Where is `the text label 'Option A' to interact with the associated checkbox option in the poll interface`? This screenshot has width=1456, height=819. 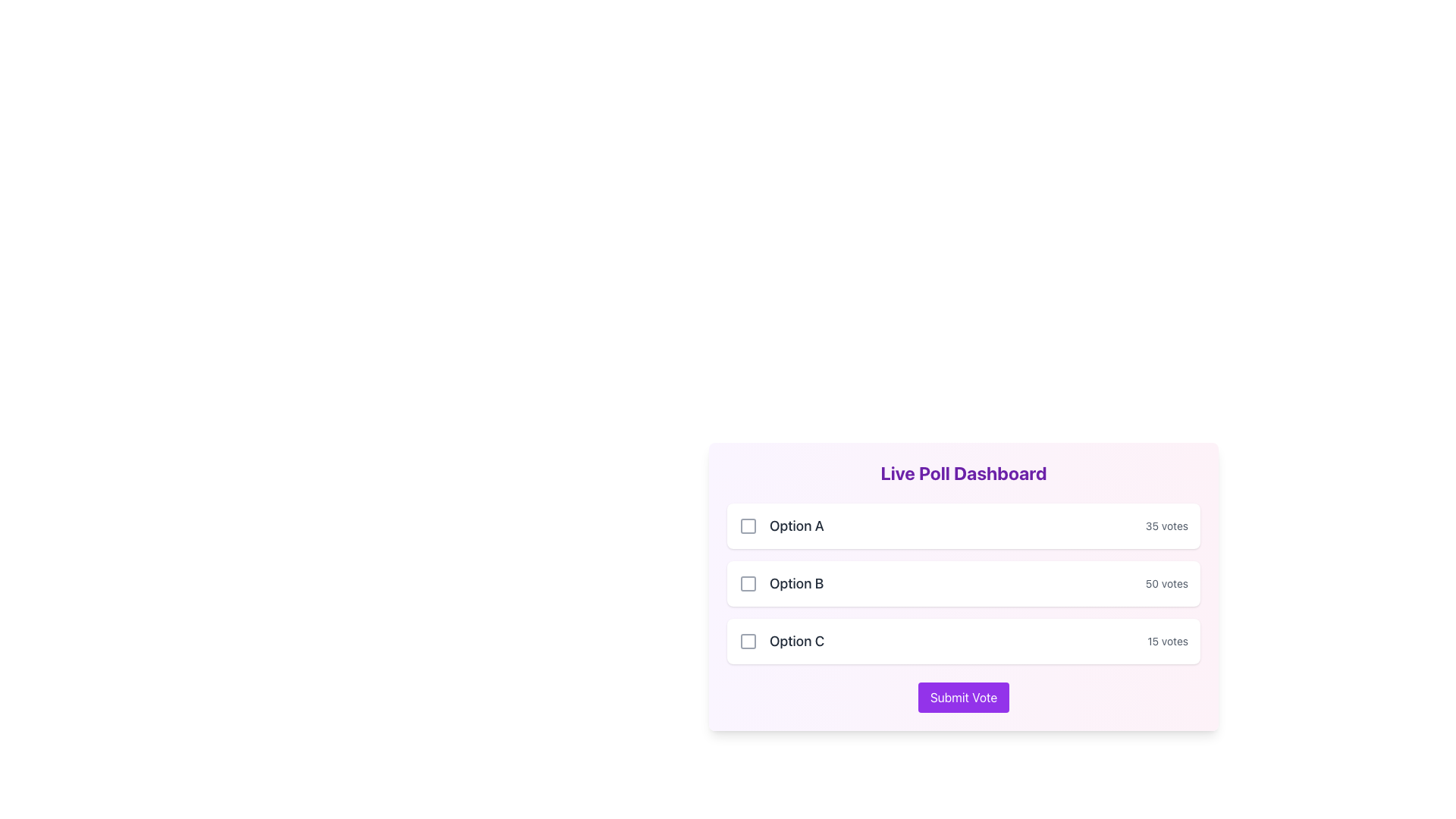 the text label 'Option A' to interact with the associated checkbox option in the poll interface is located at coordinates (781, 526).